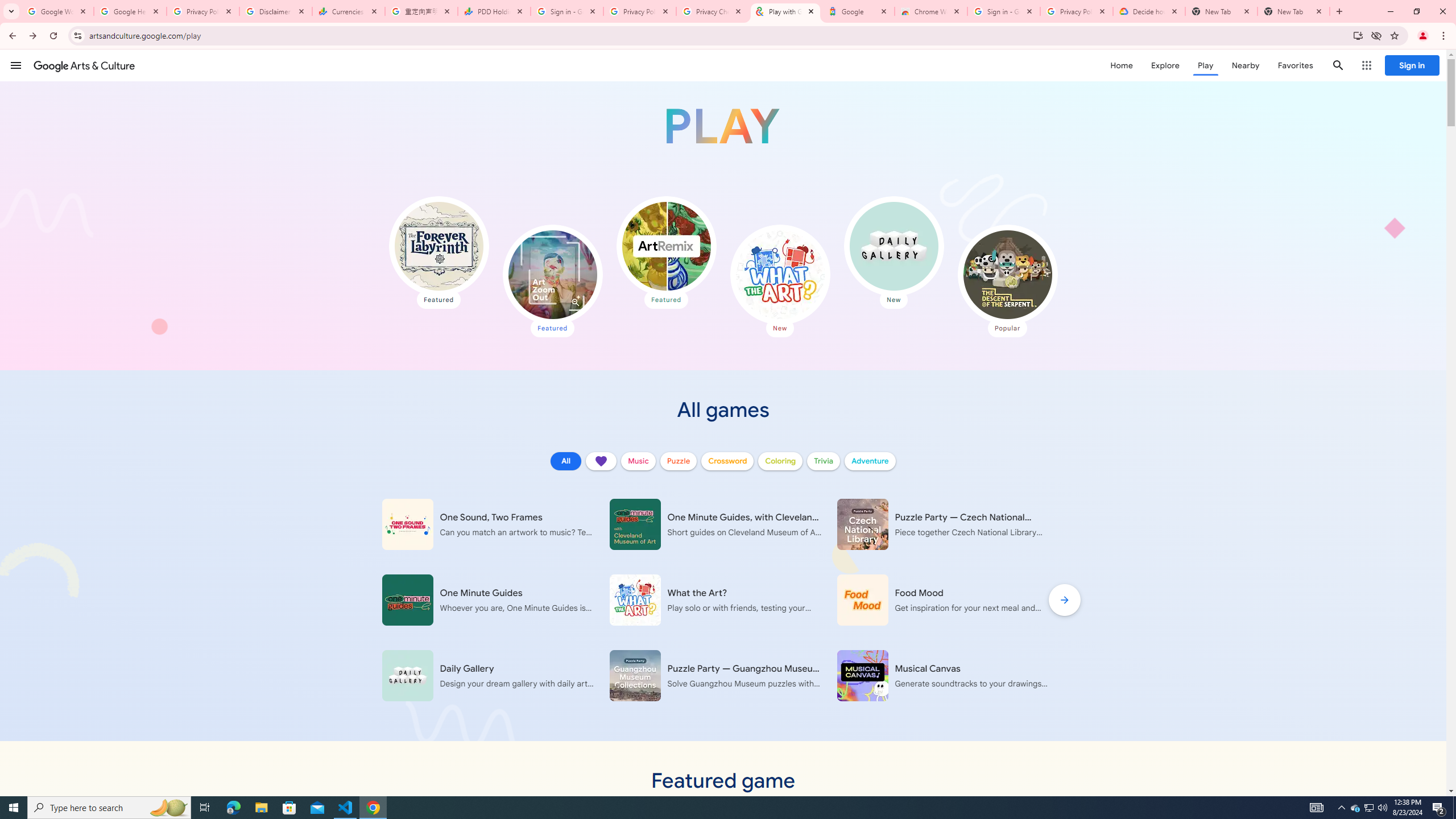 The height and width of the screenshot is (819, 1456). I want to click on 'Install Google Arts & Culture', so click(1358, 35).